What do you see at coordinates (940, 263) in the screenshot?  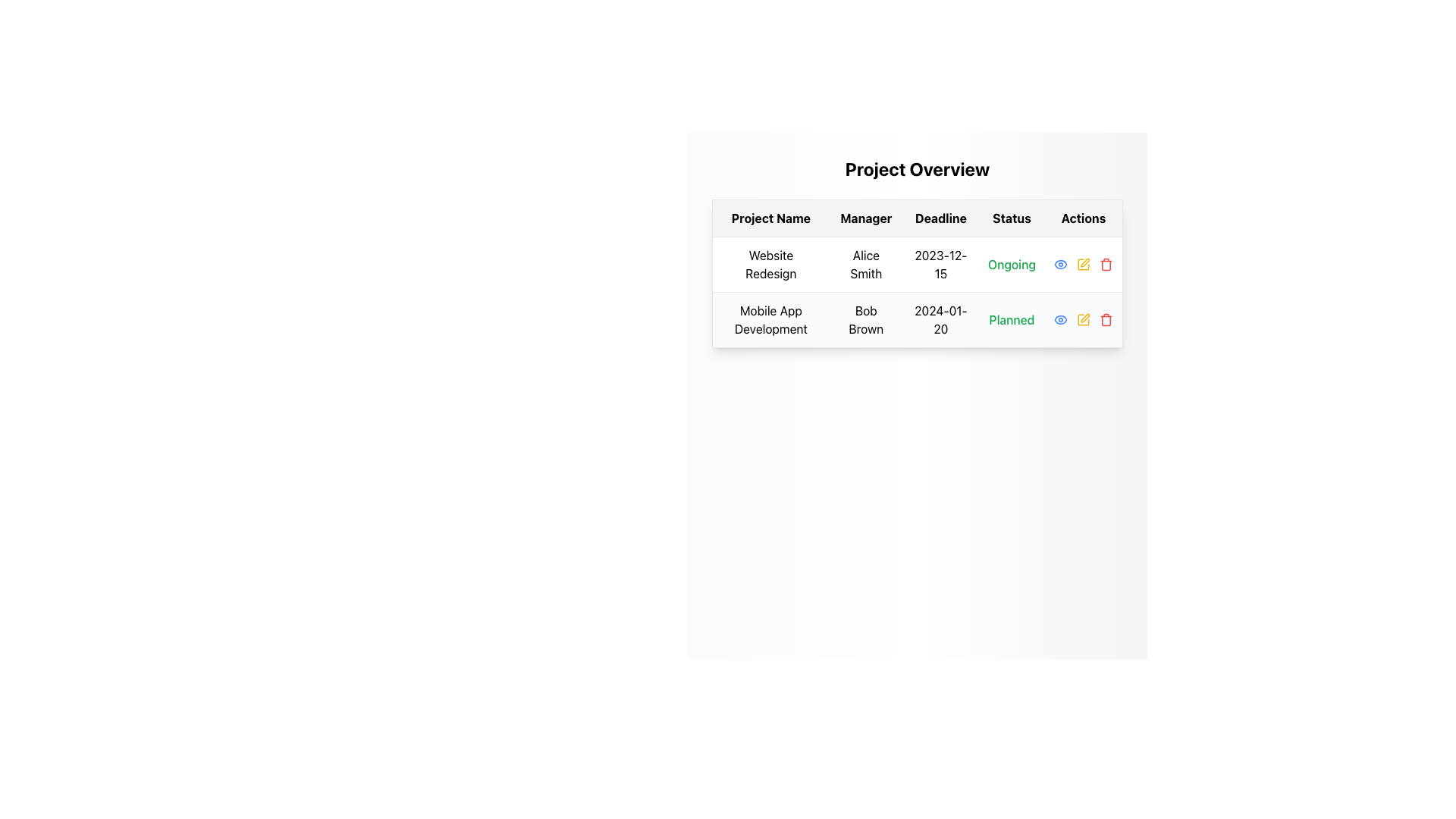 I see `the text label displaying the date '2023-12-15', which is located in the third column of the first row of a table, surrounded by project details and status information` at bounding box center [940, 263].